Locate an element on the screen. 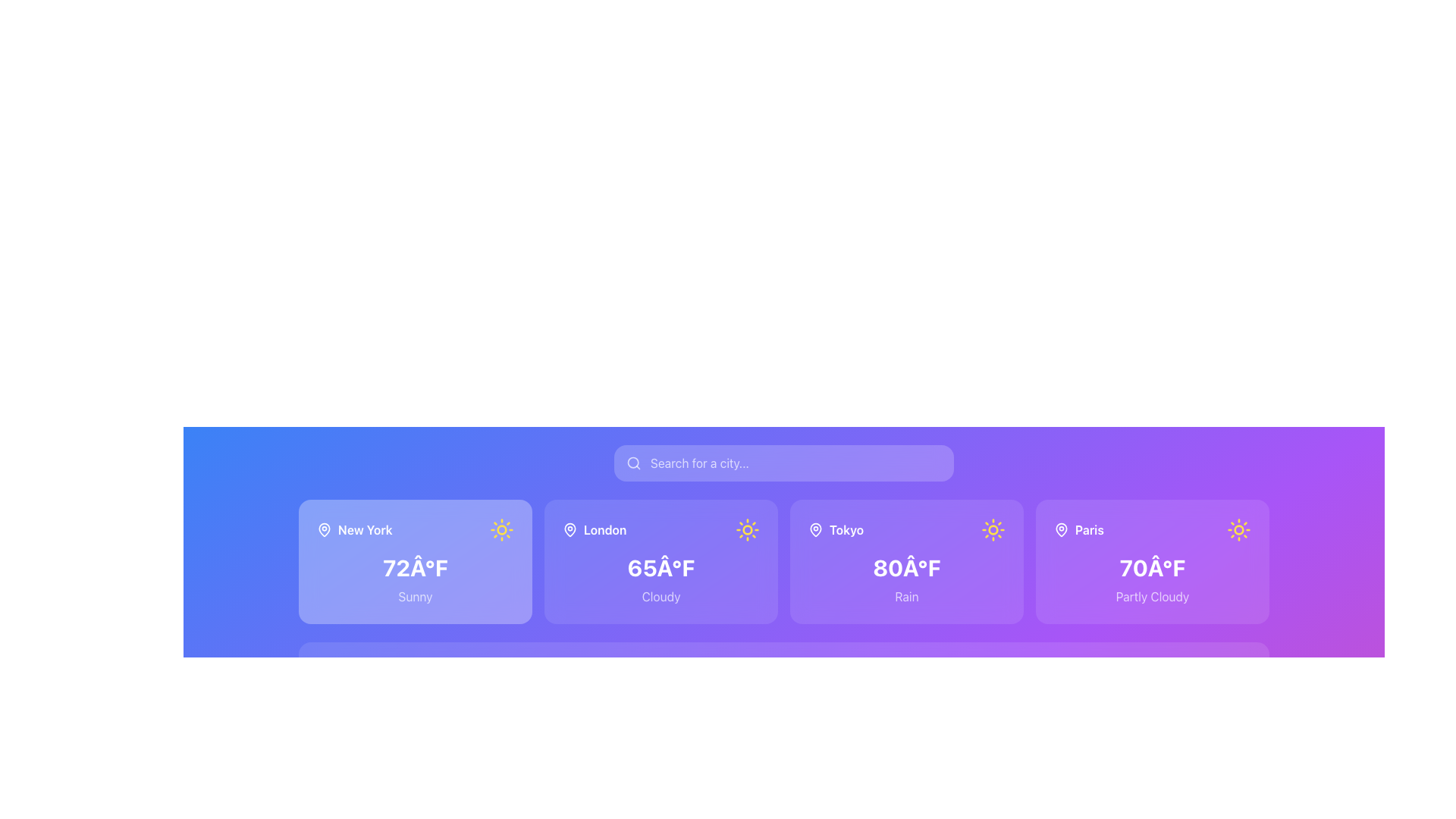 The image size is (1456, 819). the sunny weather icon located within the 'London' card, positioned to the right of the temperature information is located at coordinates (747, 529).